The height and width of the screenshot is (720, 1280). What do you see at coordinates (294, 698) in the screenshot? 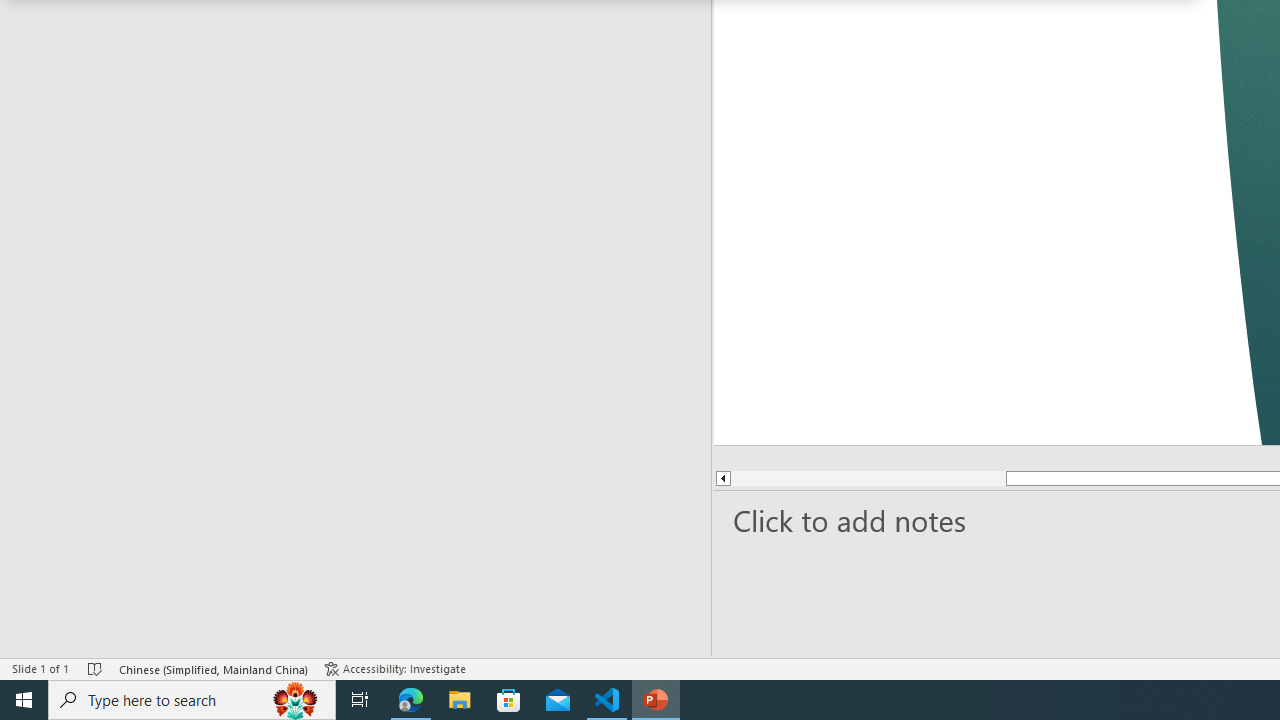
I see `'Search highlights icon opens search home window'` at bounding box center [294, 698].